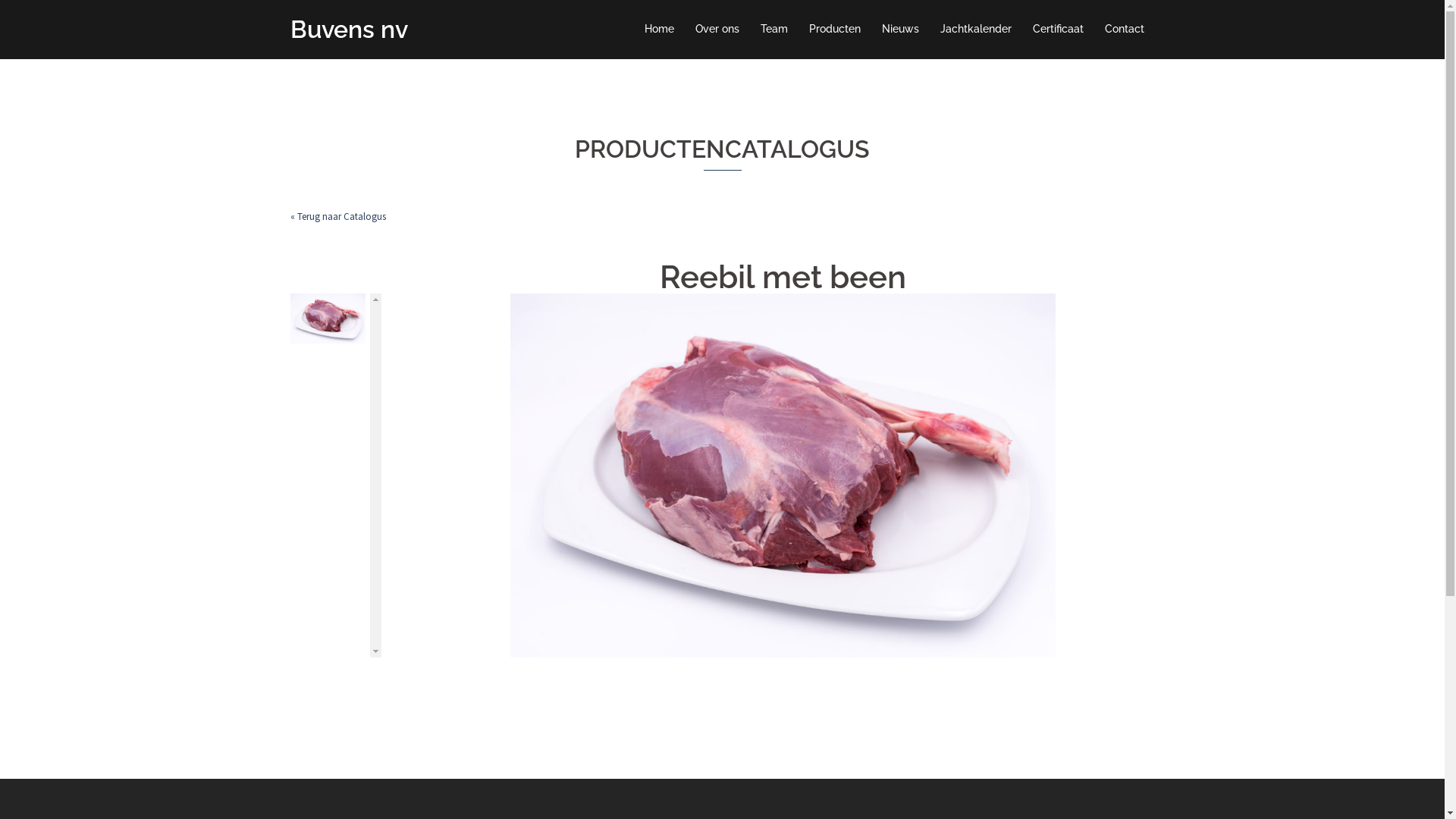  What do you see at coordinates (939, 29) in the screenshot?
I see `'Jachtkalender'` at bounding box center [939, 29].